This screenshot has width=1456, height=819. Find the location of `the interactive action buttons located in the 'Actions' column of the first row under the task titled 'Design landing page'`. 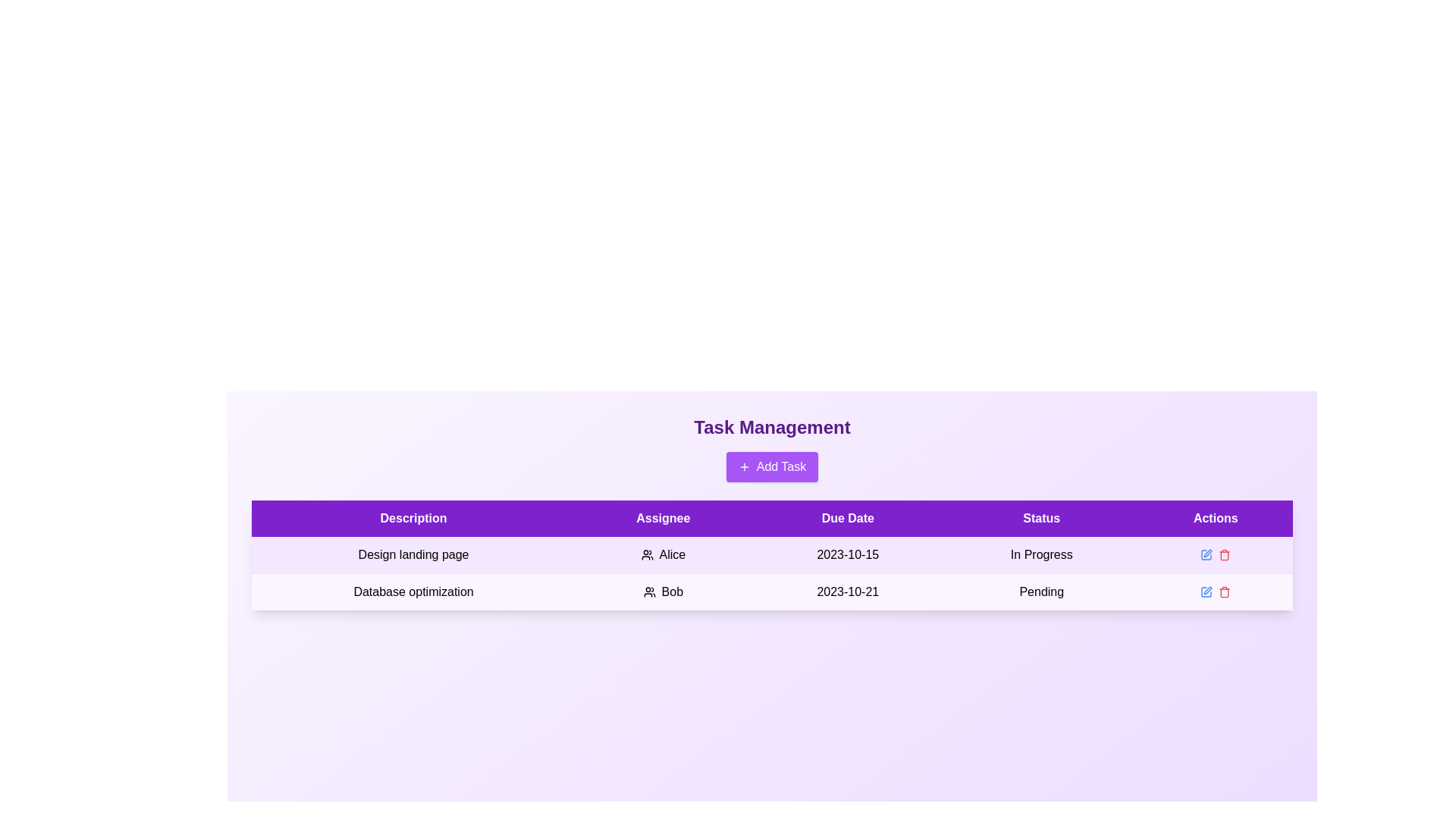

the interactive action buttons located in the 'Actions' column of the first row under the task titled 'Design landing page' is located at coordinates (1216, 555).